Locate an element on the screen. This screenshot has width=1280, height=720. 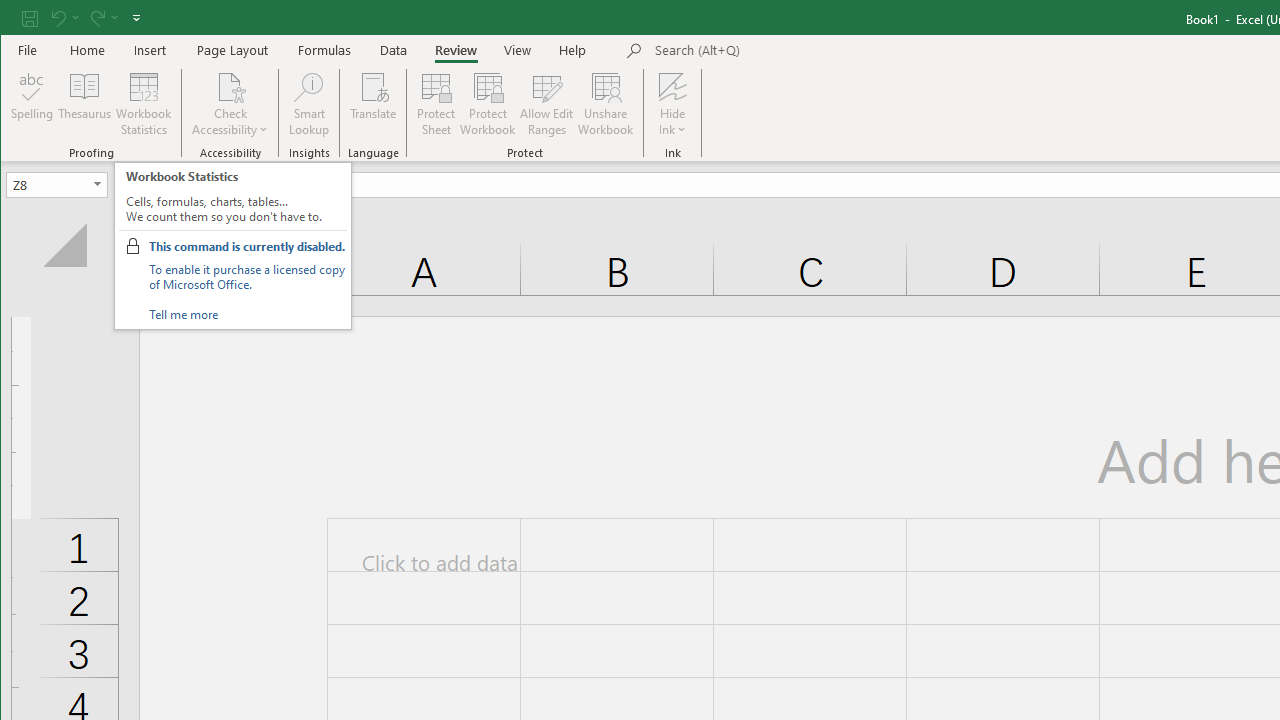
'Name Box' is located at coordinates (56, 185).